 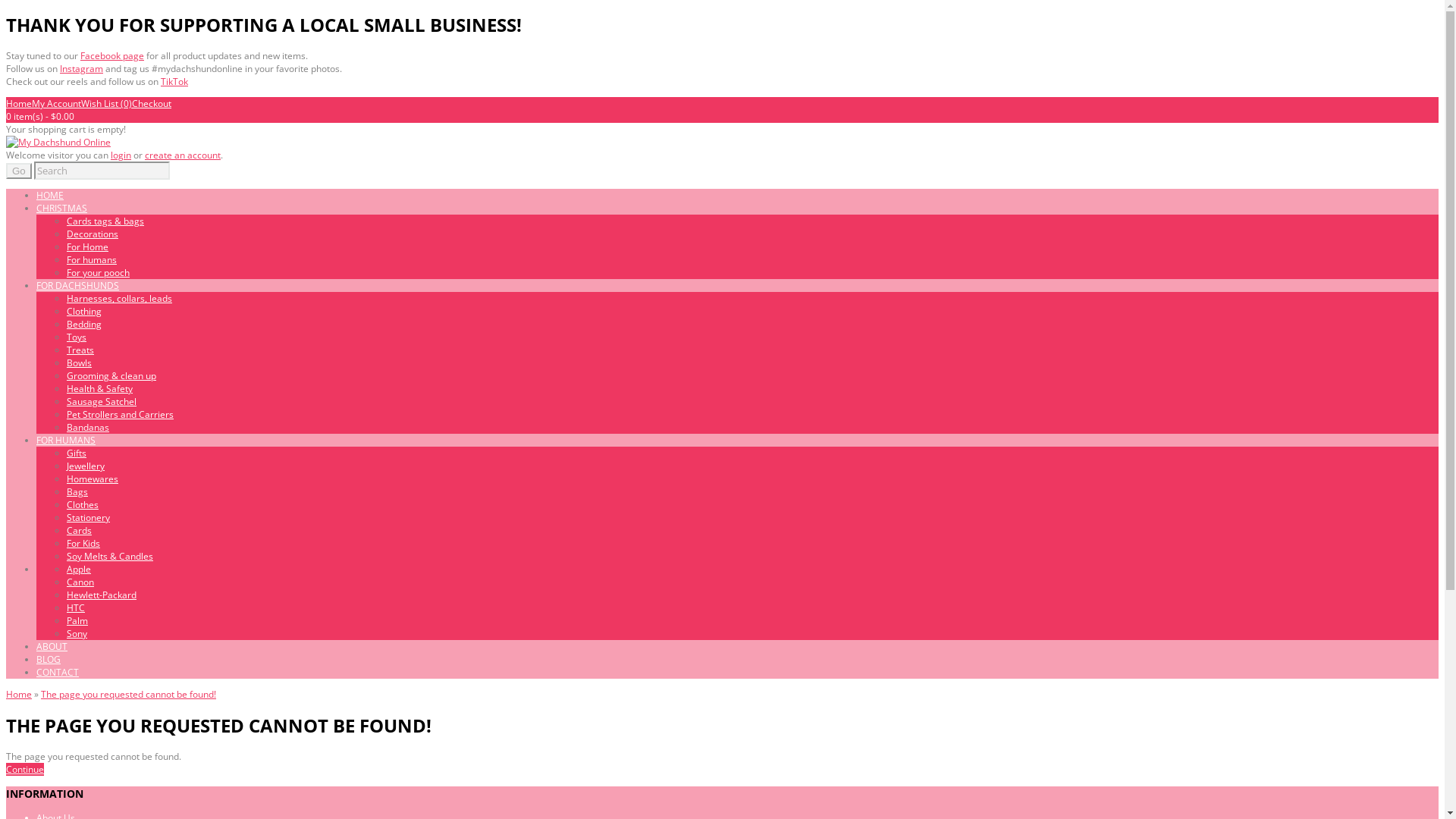 I want to click on 'For humans', so click(x=90, y=259).